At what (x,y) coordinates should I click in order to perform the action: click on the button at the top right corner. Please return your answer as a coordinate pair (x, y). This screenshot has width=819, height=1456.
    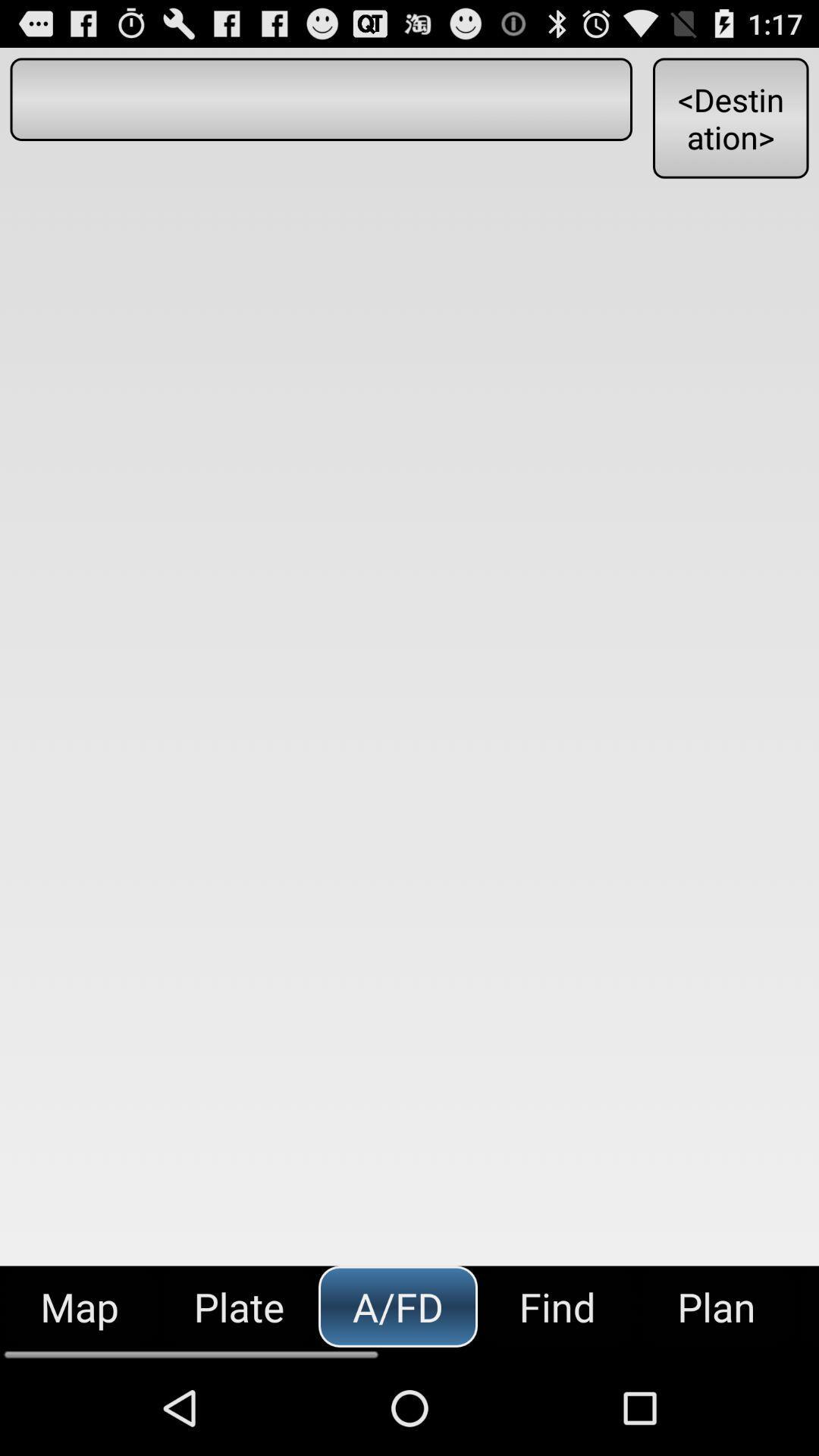
    Looking at the image, I should click on (730, 117).